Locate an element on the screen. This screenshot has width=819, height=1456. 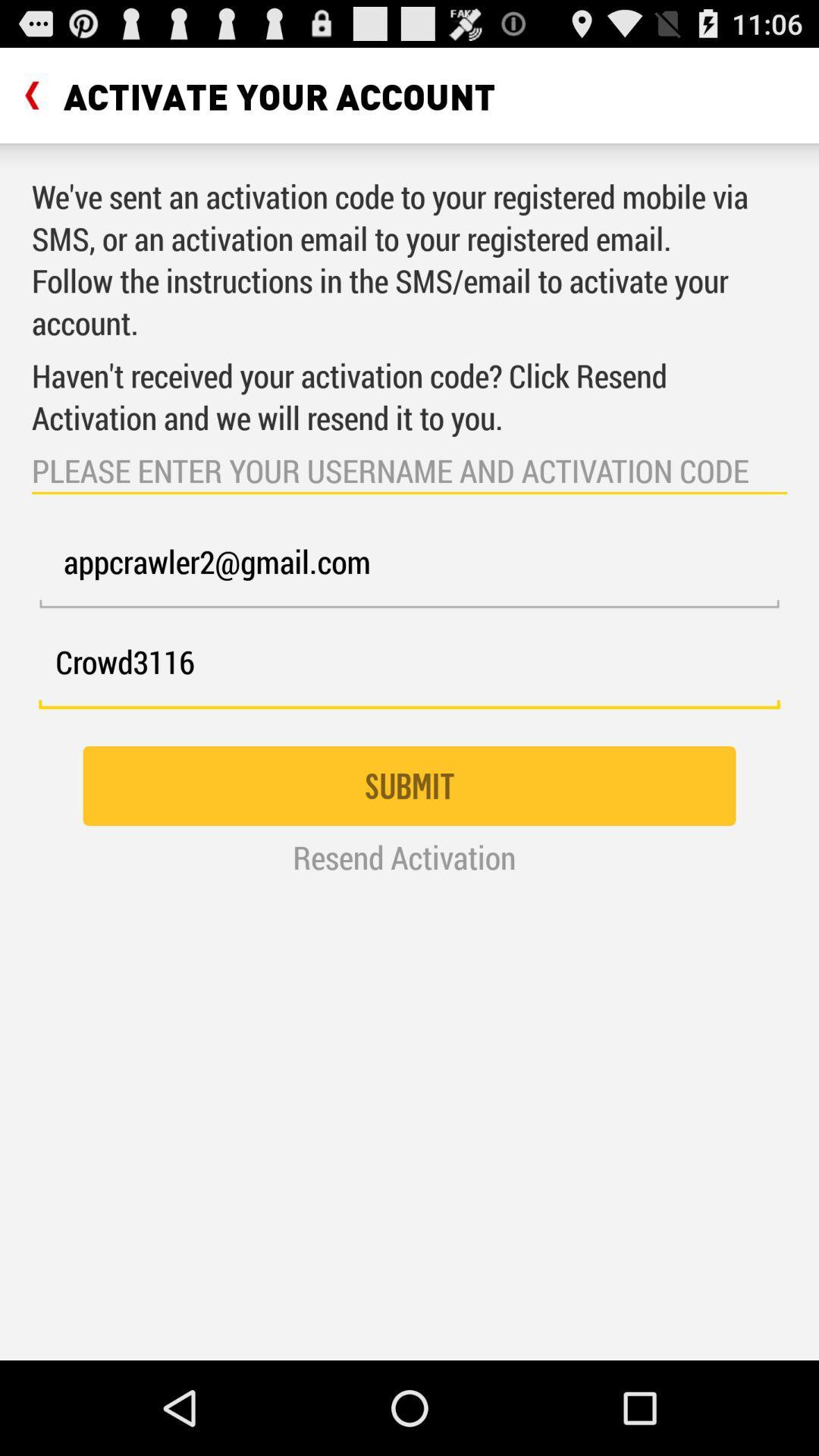
the icon below appcrawler2@gmail.com icon is located at coordinates (409, 670).